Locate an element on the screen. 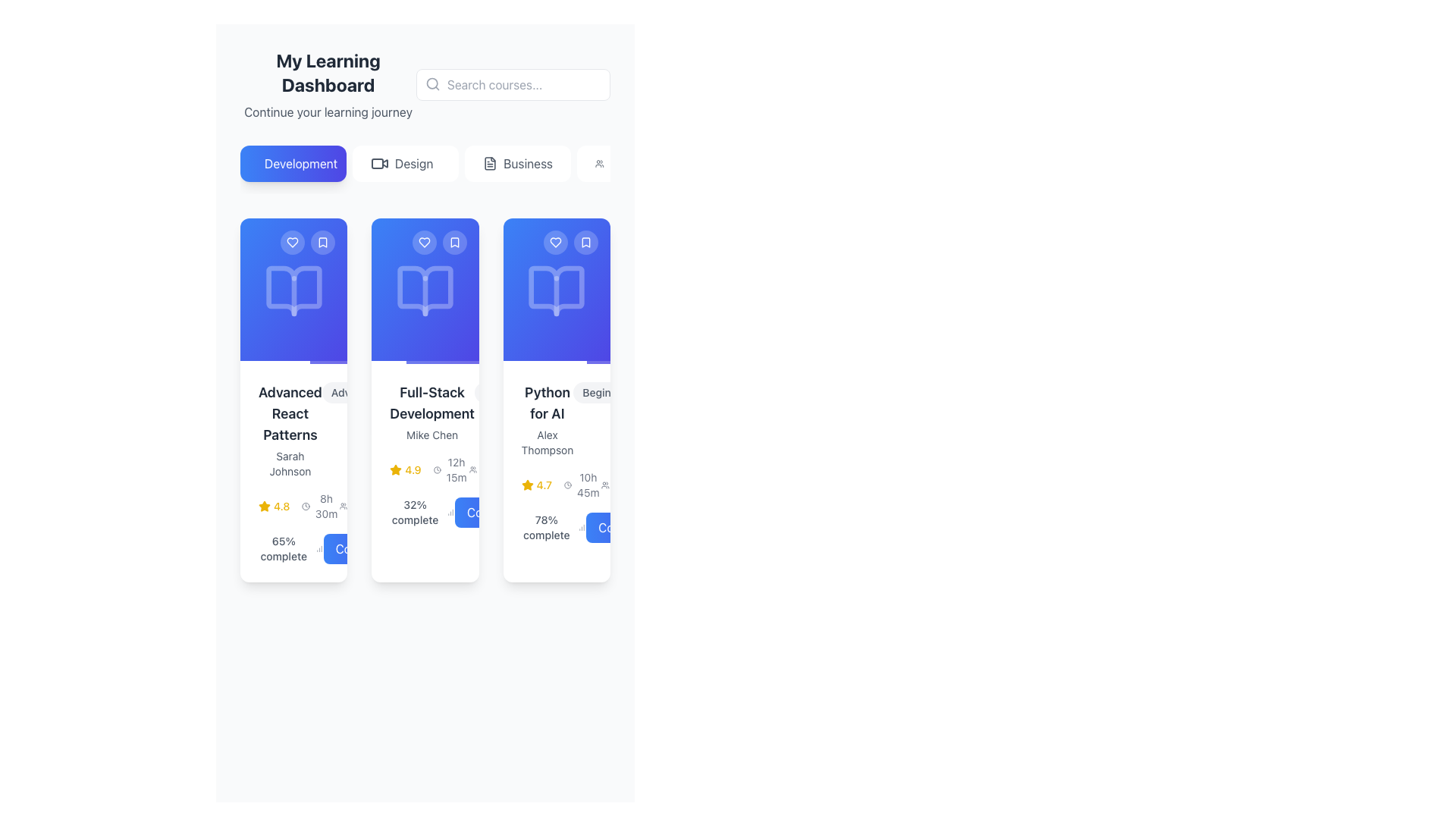  the Text Label that displays the progress percentage of the course, located at the bottom-left corner of the 'Advanced React Patterns' card, next to the 'Continue' button is located at coordinates (293, 549).